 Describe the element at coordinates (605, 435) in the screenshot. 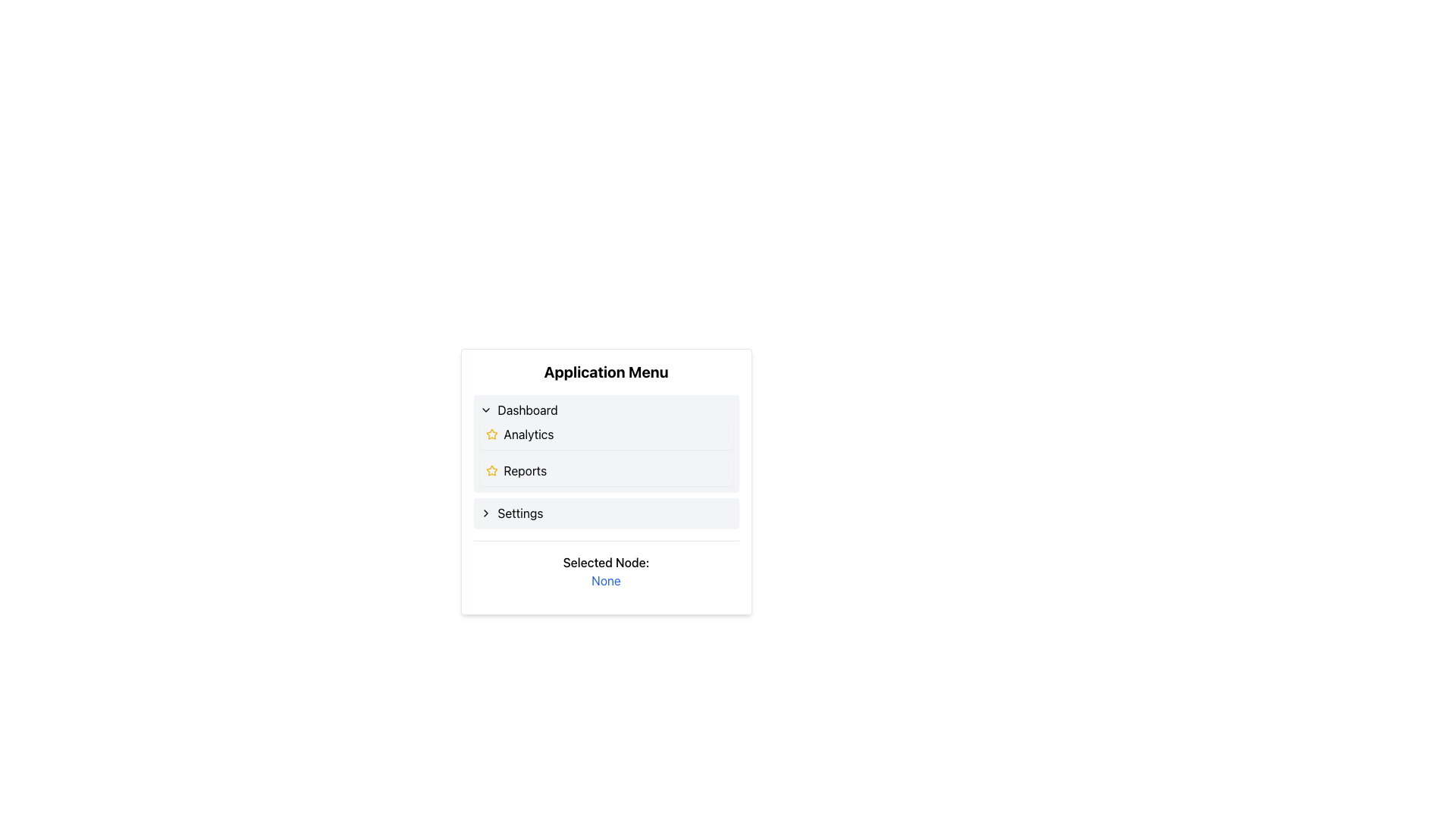

I see `the 'Analytics' menu item located in the second position under the 'Application Menu'` at that location.